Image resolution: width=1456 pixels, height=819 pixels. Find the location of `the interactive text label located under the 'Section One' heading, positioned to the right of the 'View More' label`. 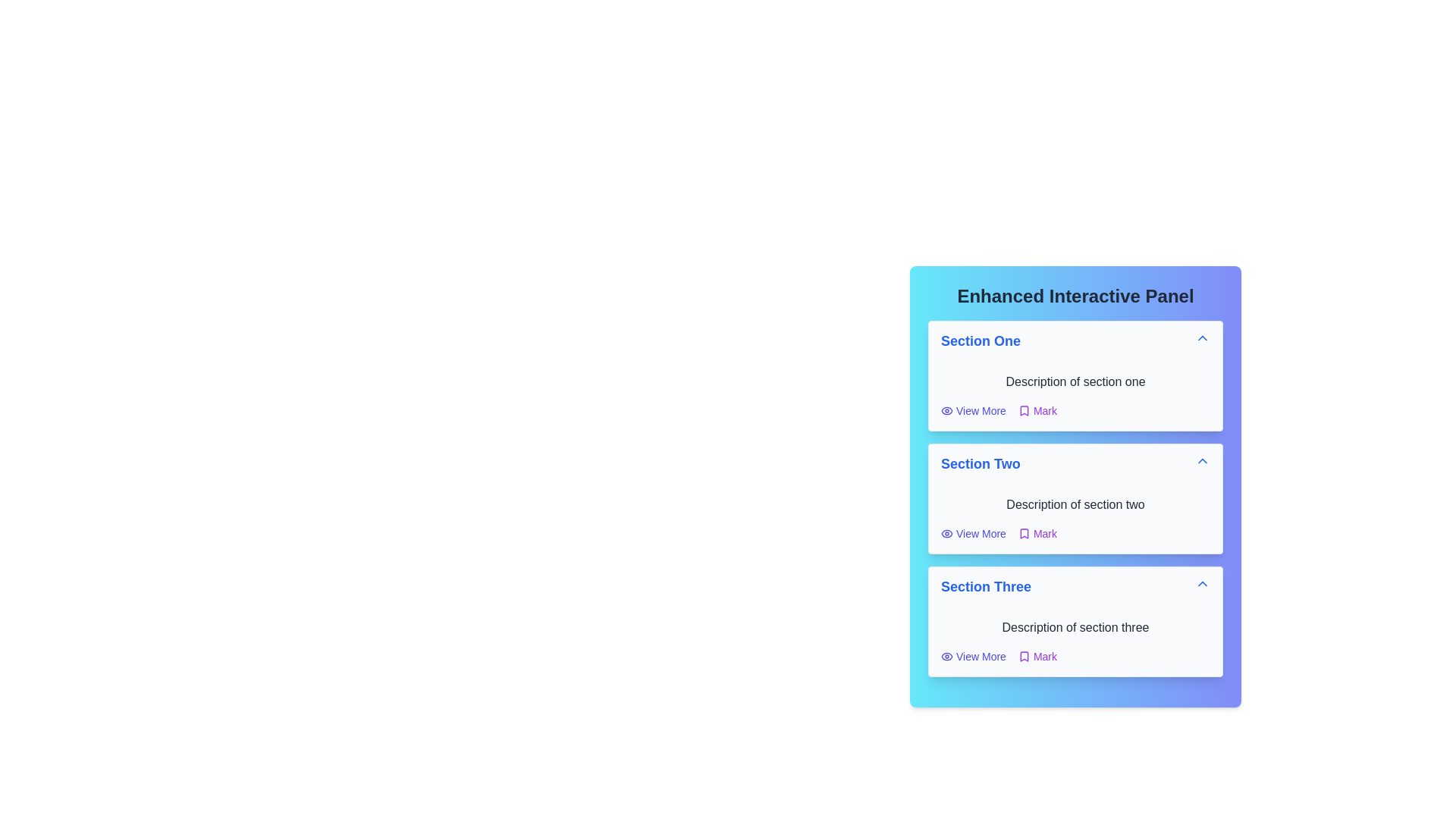

the interactive text label located under the 'Section One' heading, positioned to the right of the 'View More' label is located at coordinates (1037, 411).